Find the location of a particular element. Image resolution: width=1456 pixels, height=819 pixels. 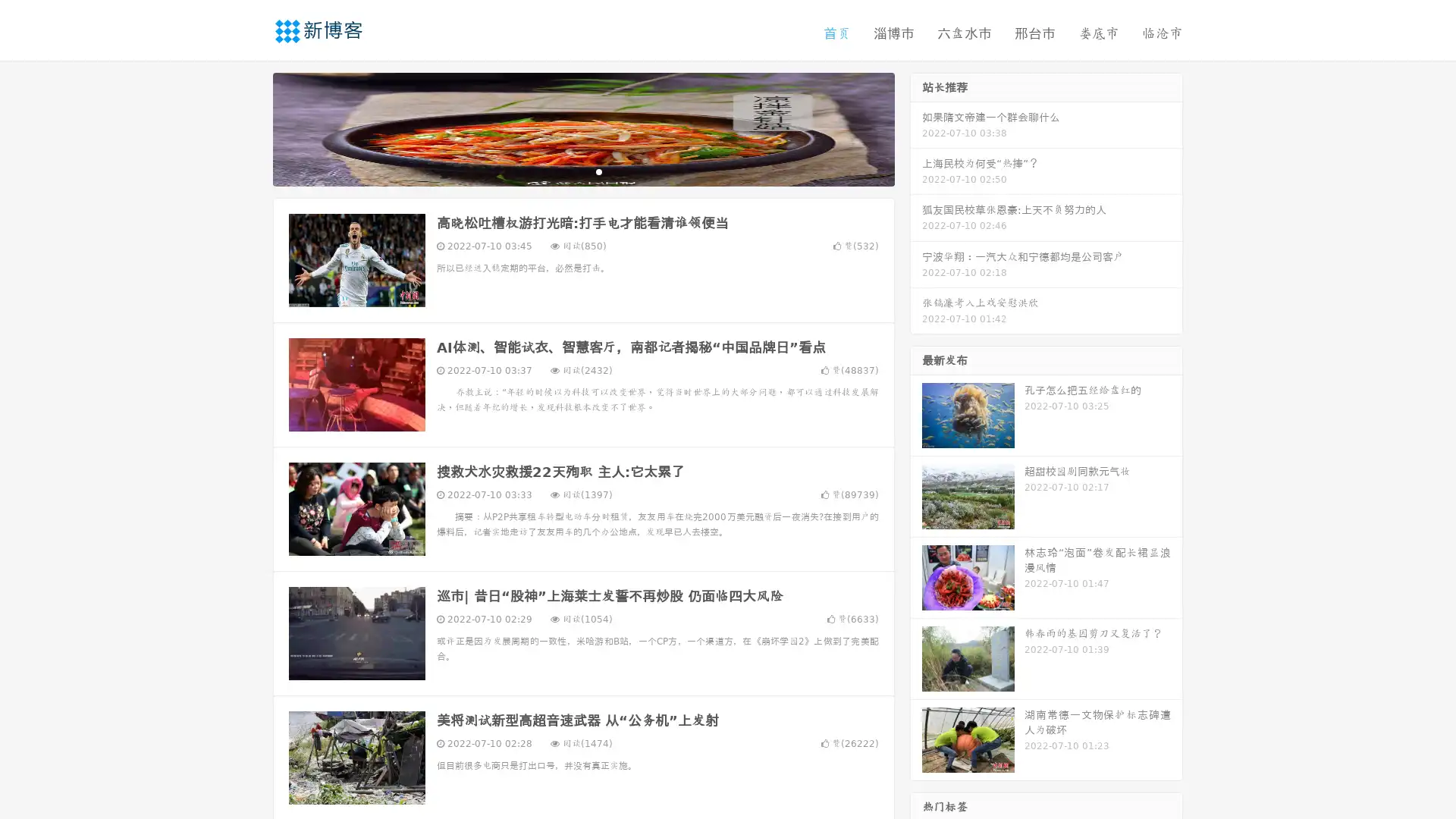

Previous slide is located at coordinates (250, 127).